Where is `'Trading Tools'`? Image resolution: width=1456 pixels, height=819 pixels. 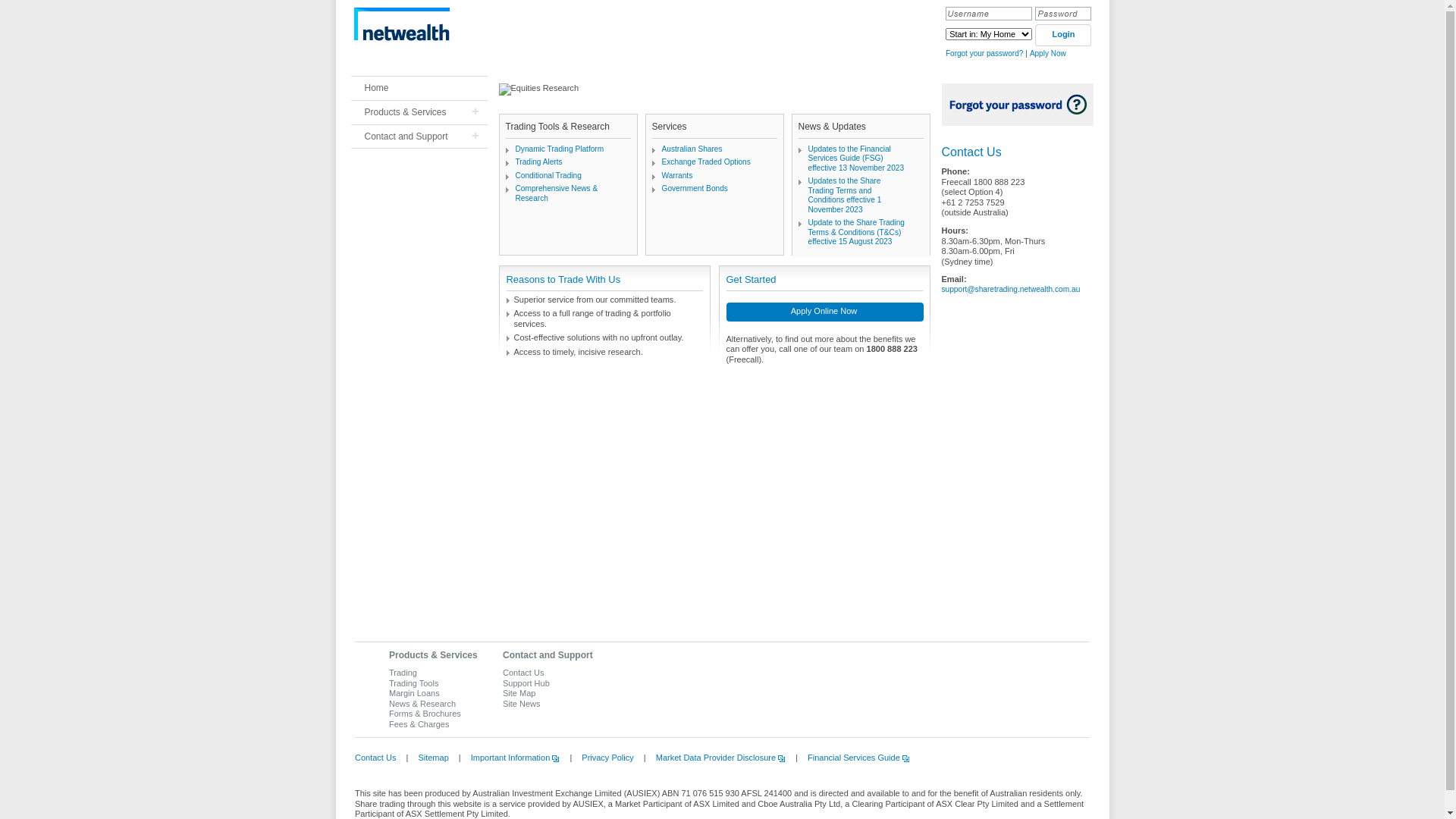
'Trading Tools' is located at coordinates (413, 683).